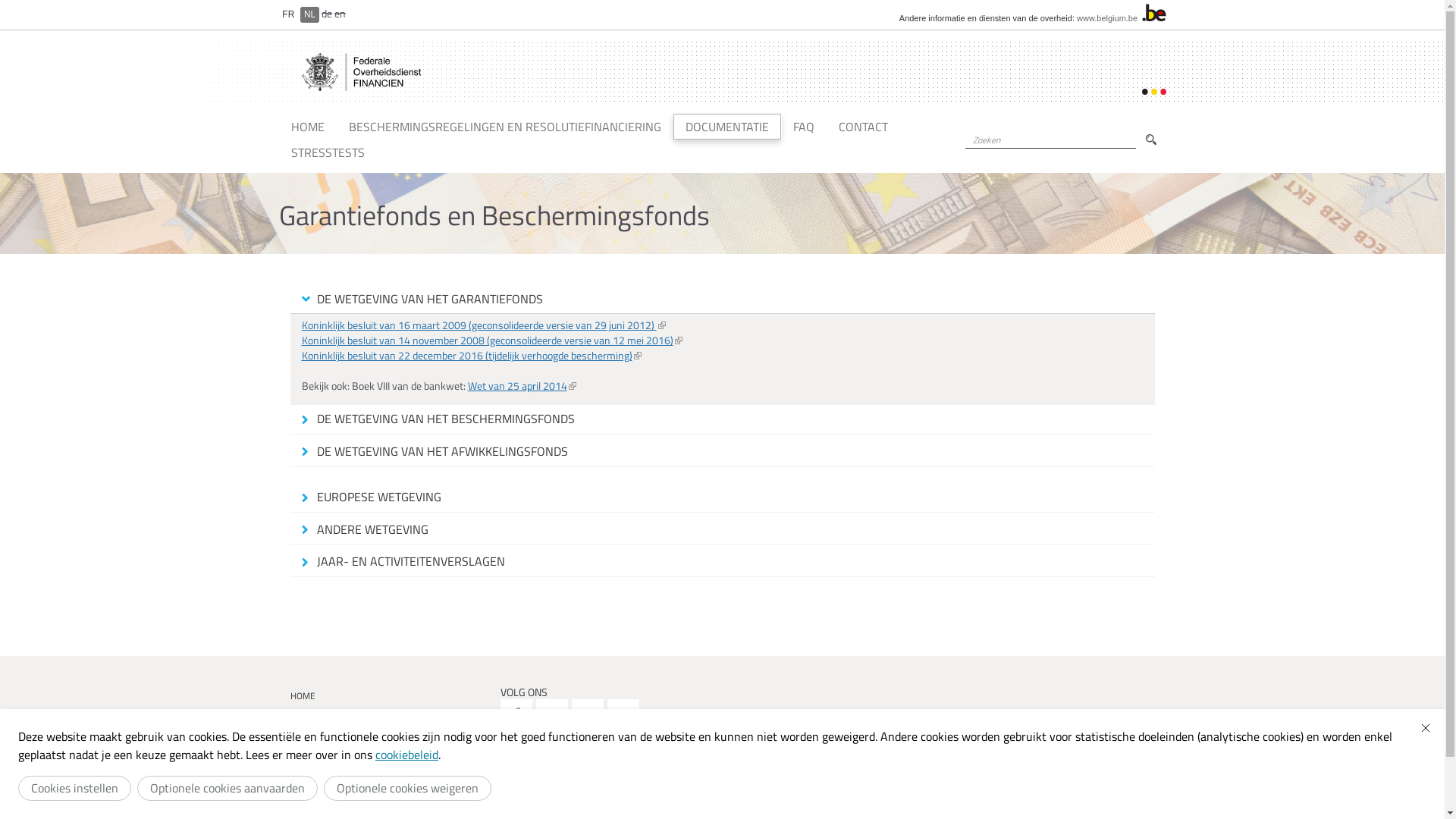 This screenshot has width=1456, height=819. What do you see at coordinates (407, 787) in the screenshot?
I see `'Optionele cookies weigeren'` at bounding box center [407, 787].